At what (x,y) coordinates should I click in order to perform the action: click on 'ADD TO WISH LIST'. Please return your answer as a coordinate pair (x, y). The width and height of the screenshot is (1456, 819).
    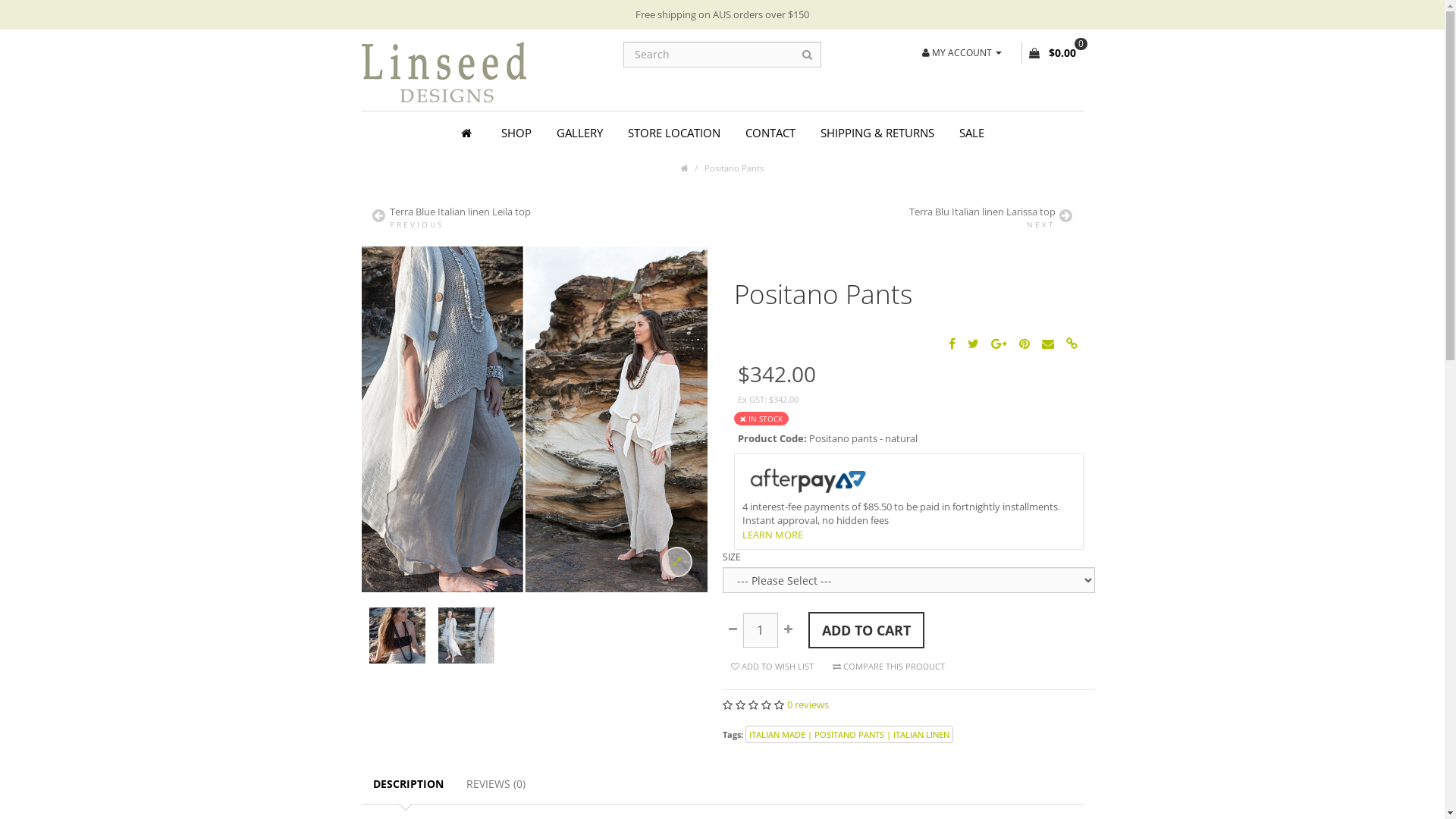
    Looking at the image, I should click on (771, 666).